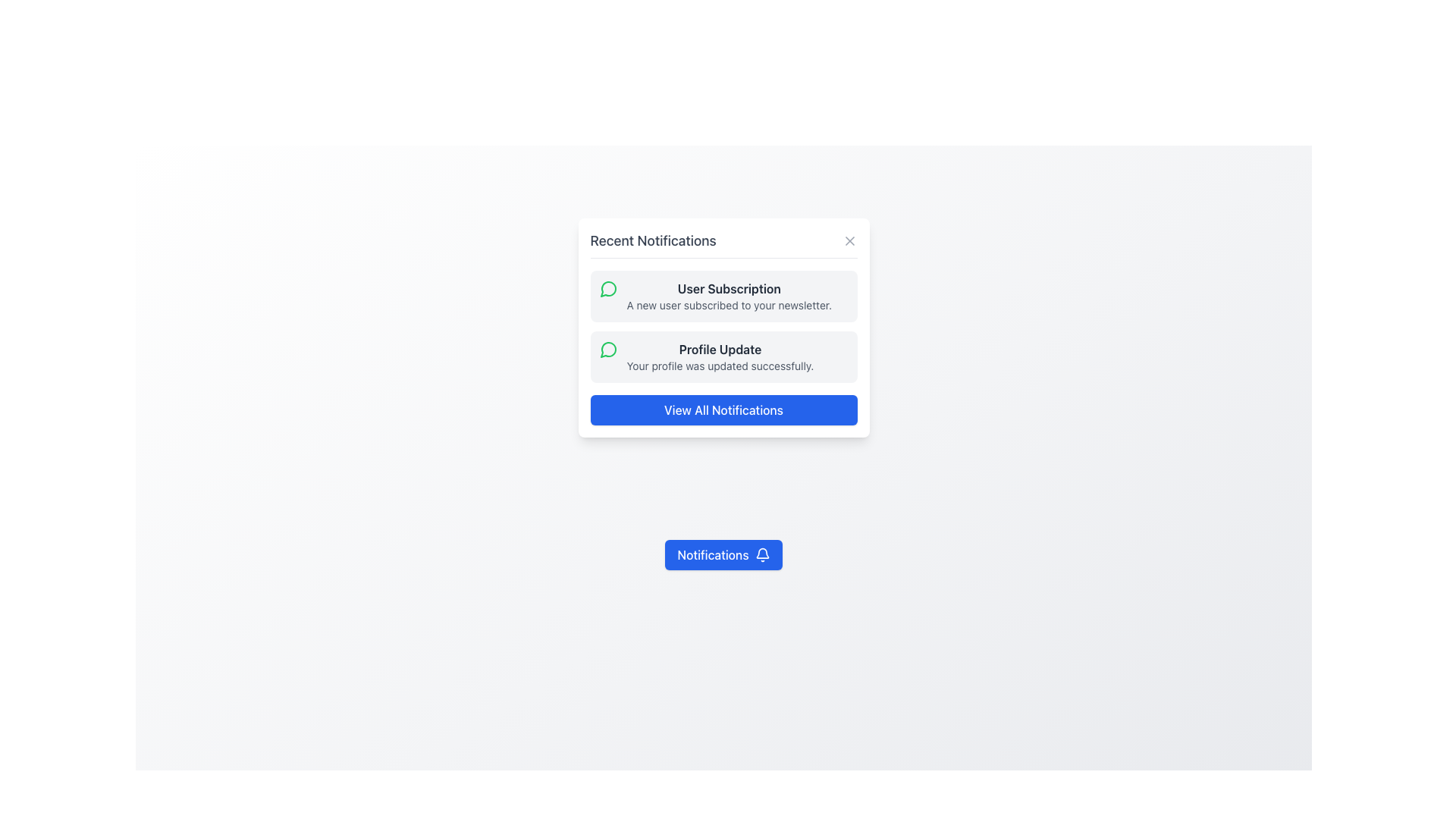  What do you see at coordinates (608, 350) in the screenshot?
I see `the second icon in the 'Recent Notifications' section that signifies the 'Profile Update' notification` at bounding box center [608, 350].